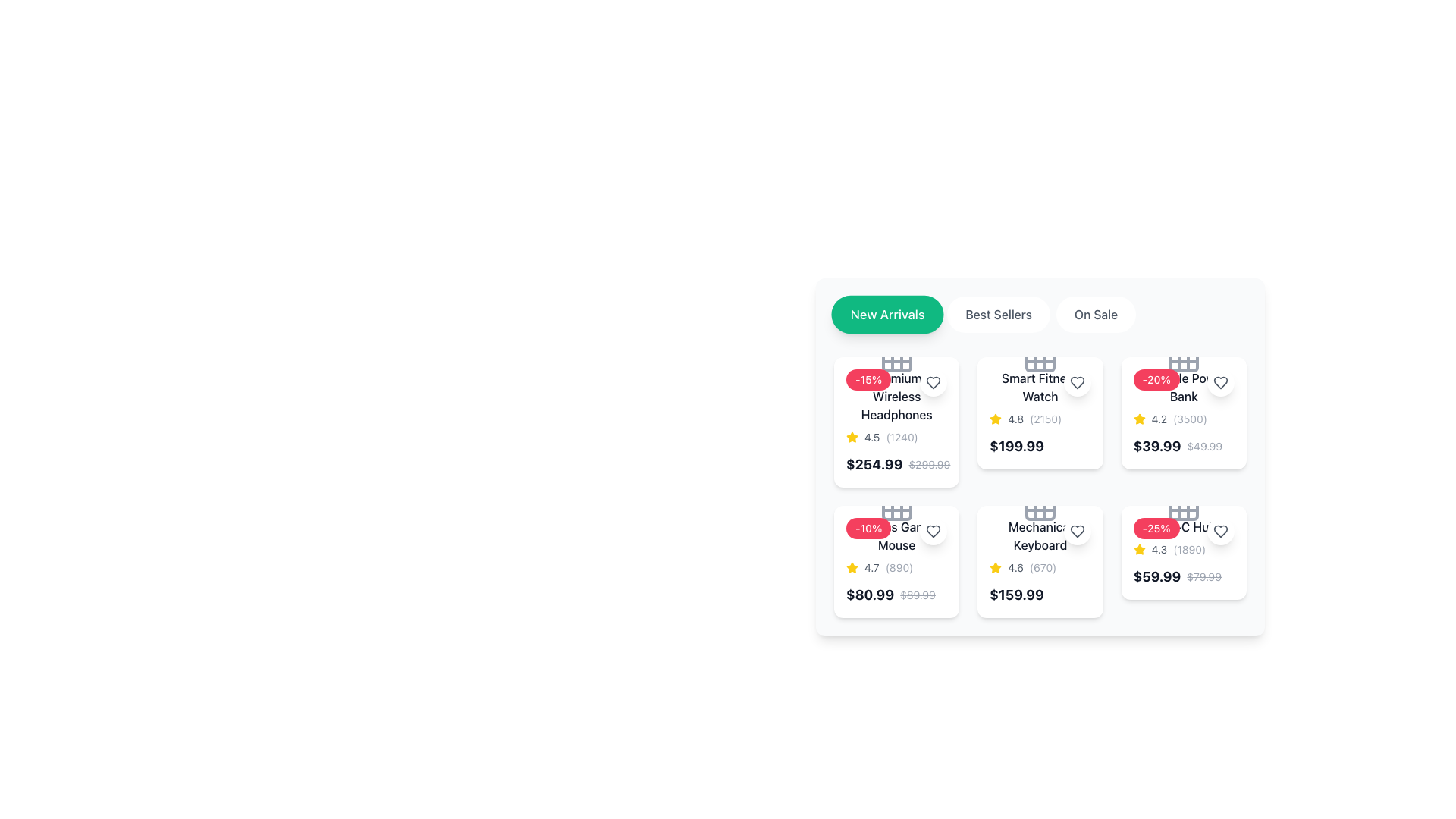 The height and width of the screenshot is (819, 1456). What do you see at coordinates (1156, 446) in the screenshot?
I see `text displaying the price '$39.99' in bold, large-sized font located in the third card of the first row` at bounding box center [1156, 446].